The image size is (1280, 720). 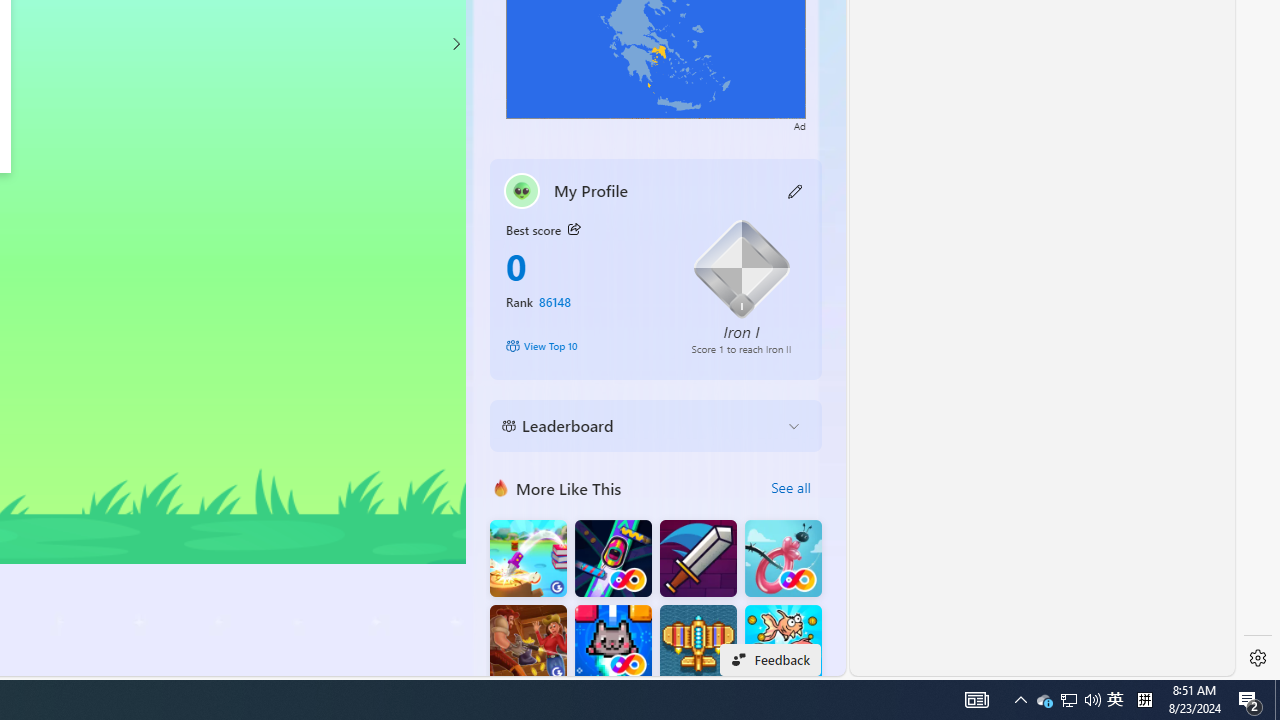 What do you see at coordinates (698, 643) in the screenshot?
I see `'Atlantic Sky Hunter'` at bounding box center [698, 643].